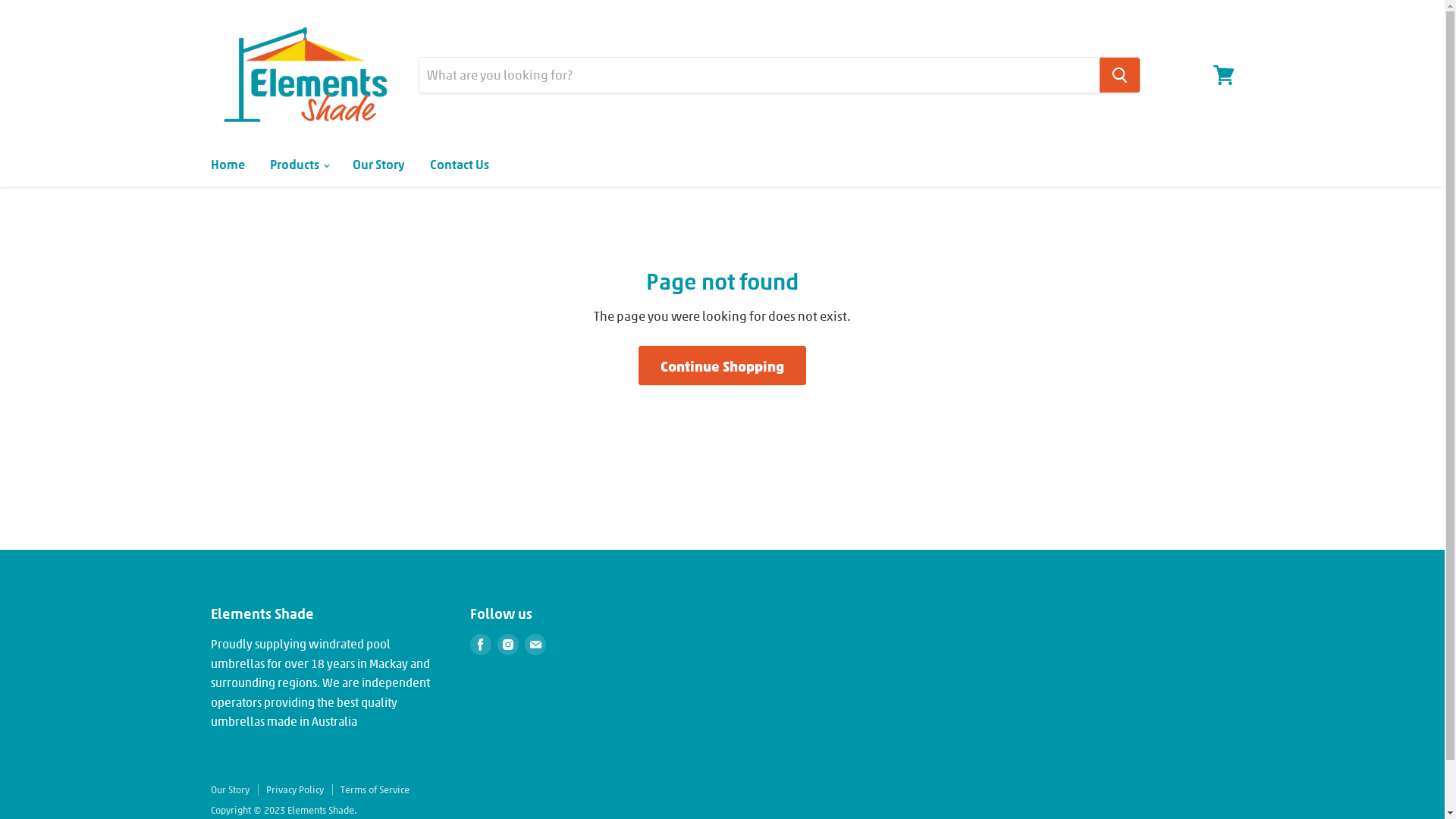 The image size is (1456, 819). What do you see at coordinates (458, 164) in the screenshot?
I see `'Contact Us'` at bounding box center [458, 164].